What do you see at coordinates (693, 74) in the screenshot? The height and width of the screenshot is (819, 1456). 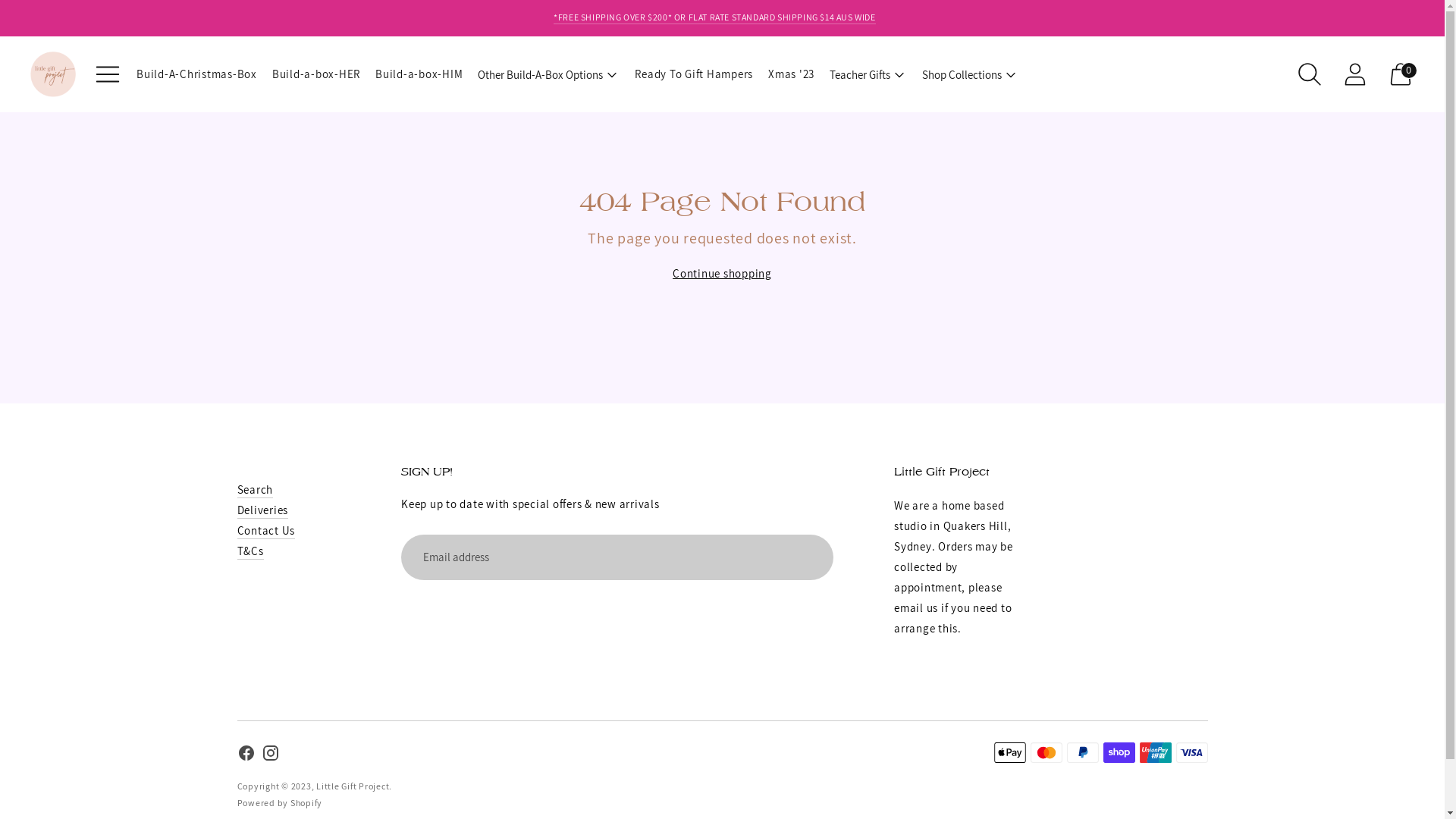 I see `'Ready To Gift Hampers'` at bounding box center [693, 74].